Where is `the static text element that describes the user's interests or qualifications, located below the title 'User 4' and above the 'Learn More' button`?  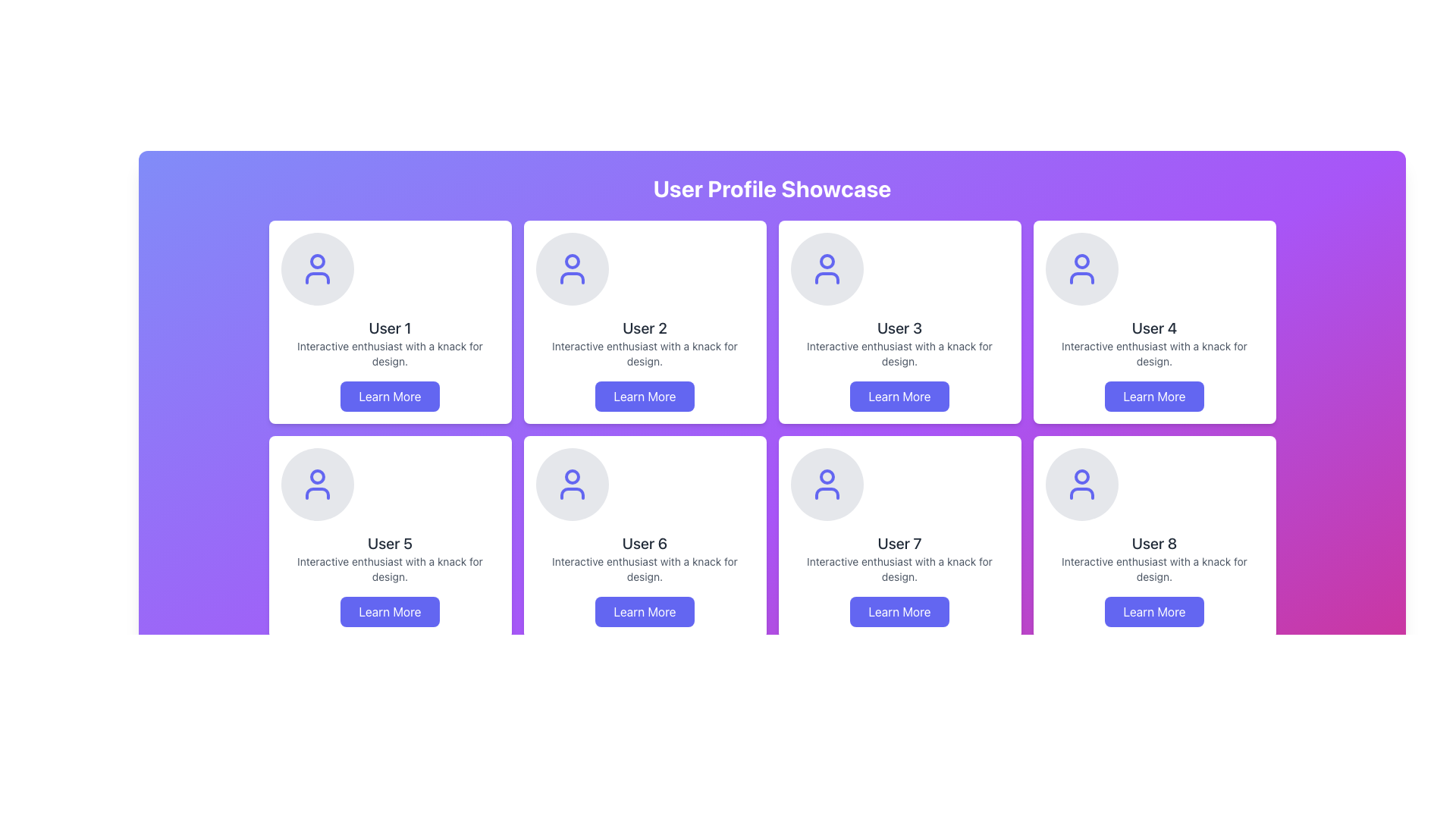
the static text element that describes the user's interests or qualifications, located below the title 'User 4' and above the 'Learn More' button is located at coordinates (1153, 353).